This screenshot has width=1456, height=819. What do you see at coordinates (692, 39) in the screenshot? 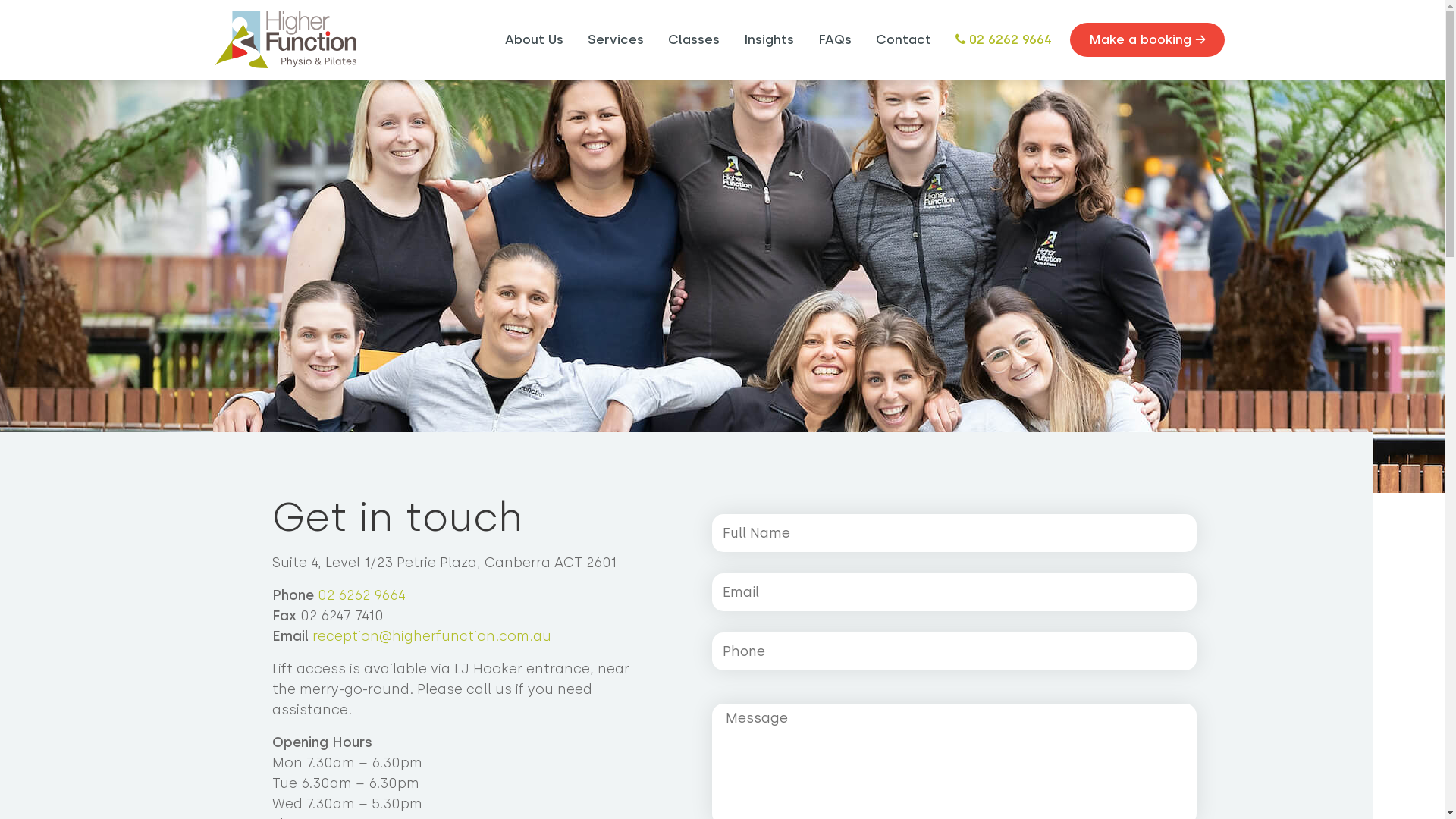
I see `'Classes'` at bounding box center [692, 39].